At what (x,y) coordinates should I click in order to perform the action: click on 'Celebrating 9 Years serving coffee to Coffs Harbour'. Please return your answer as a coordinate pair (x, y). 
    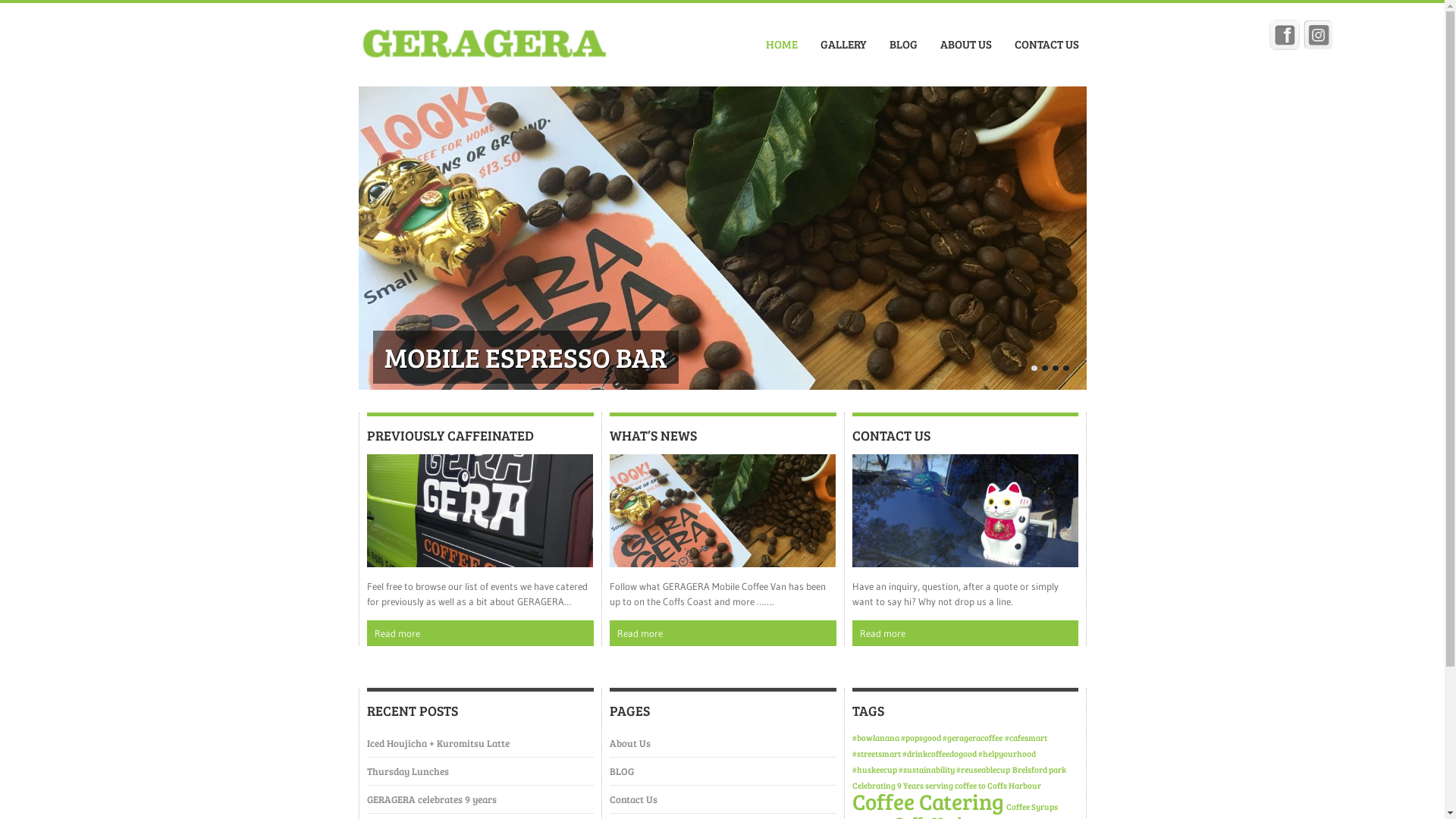
    Looking at the image, I should click on (946, 786).